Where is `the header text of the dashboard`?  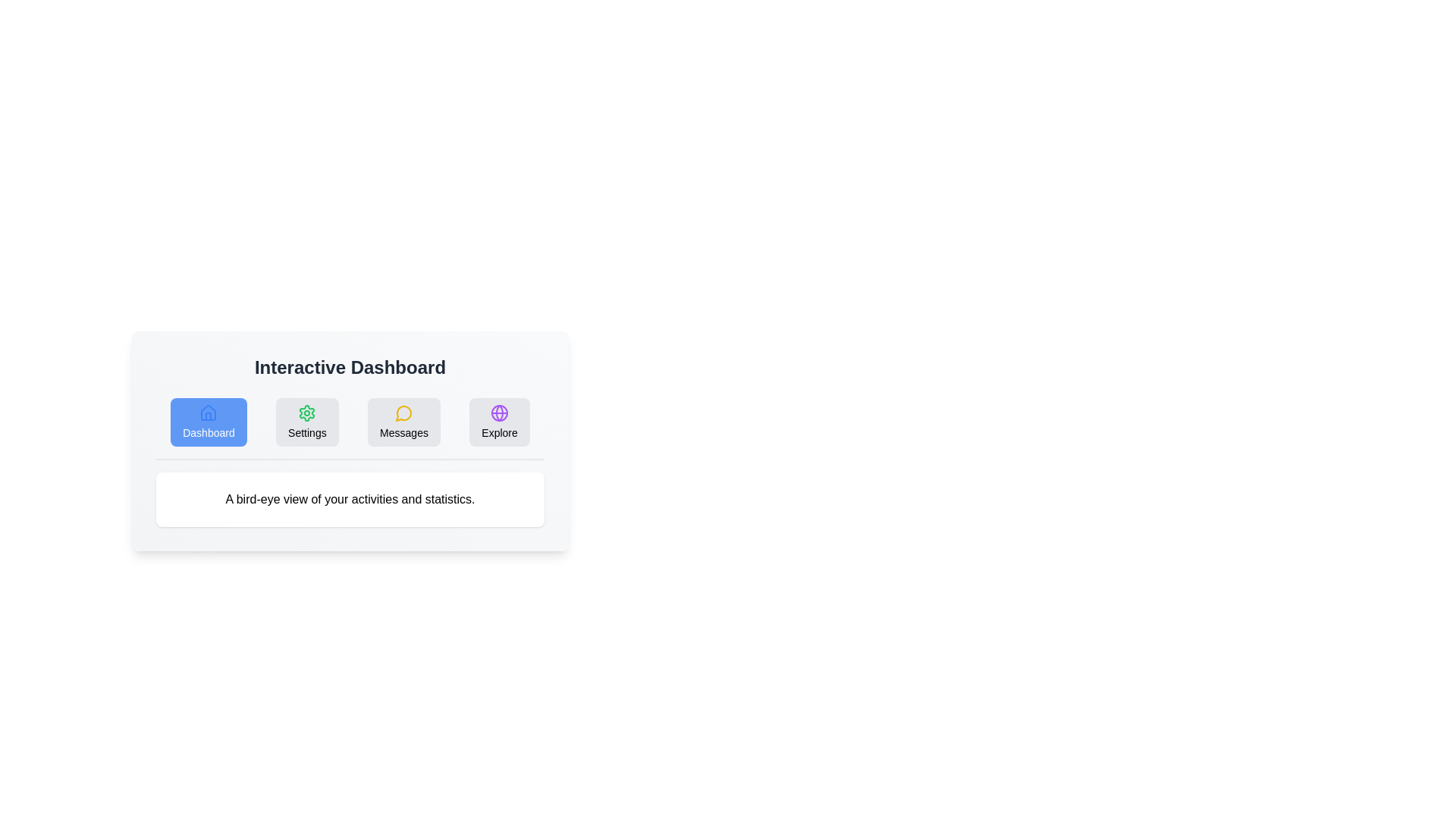 the header text of the dashboard is located at coordinates (349, 368).